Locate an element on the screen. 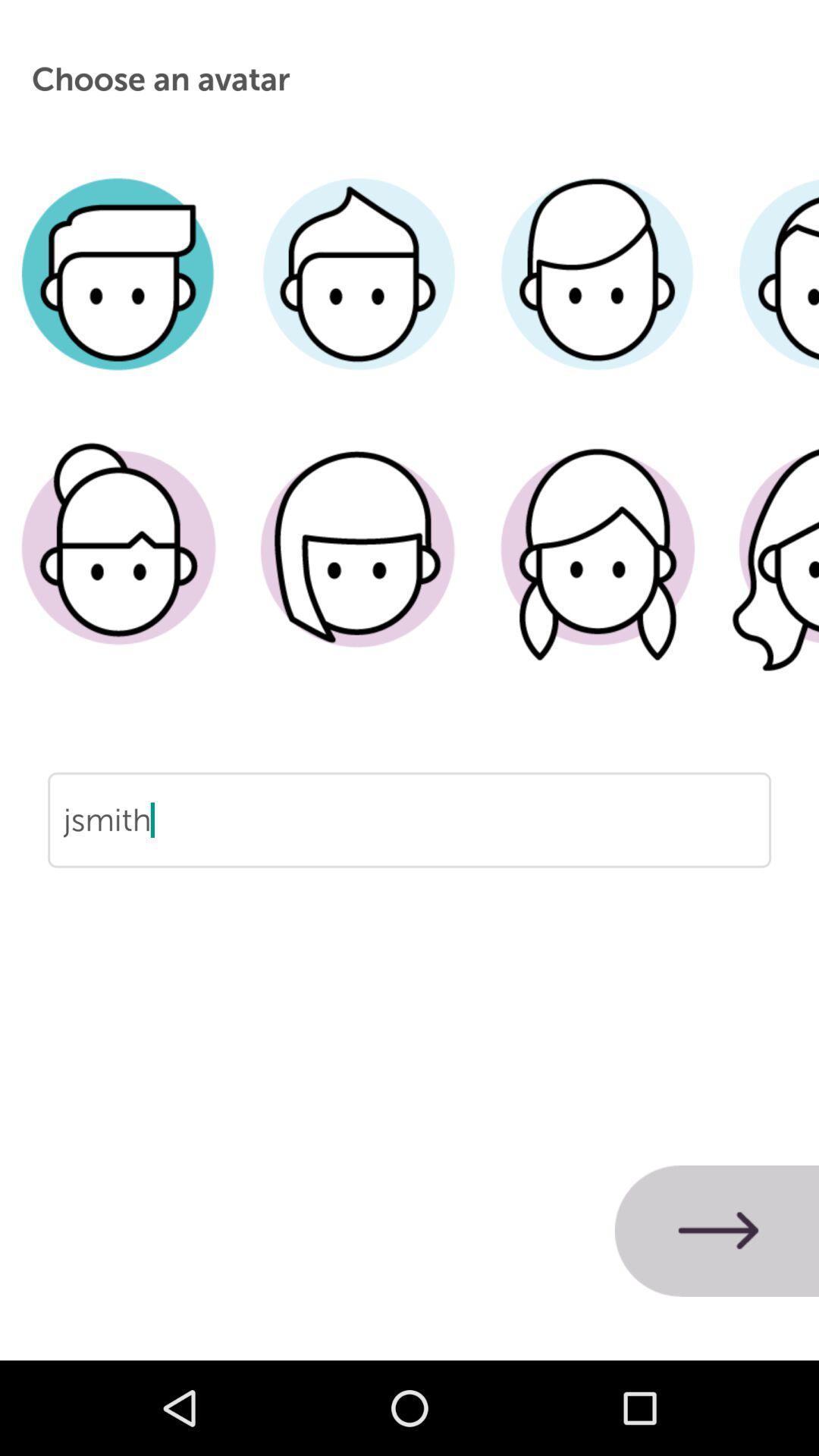 The width and height of the screenshot is (819, 1456). male image is located at coordinates (358, 297).